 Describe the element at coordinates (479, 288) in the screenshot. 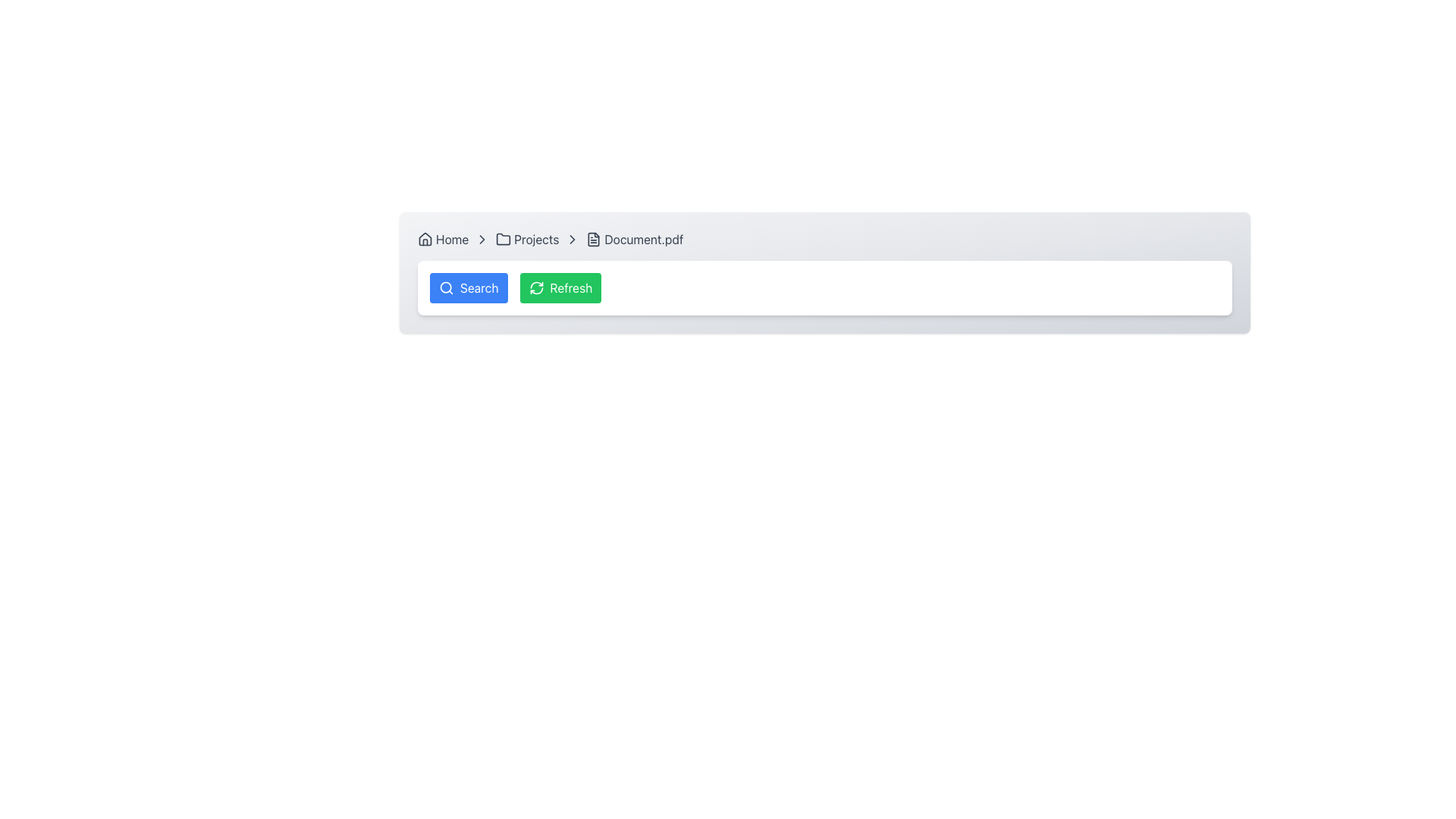

I see `the 'Search' button, which is a blue rectangular button with white uppercase text labeled 'Search', to initiate the search action` at that location.